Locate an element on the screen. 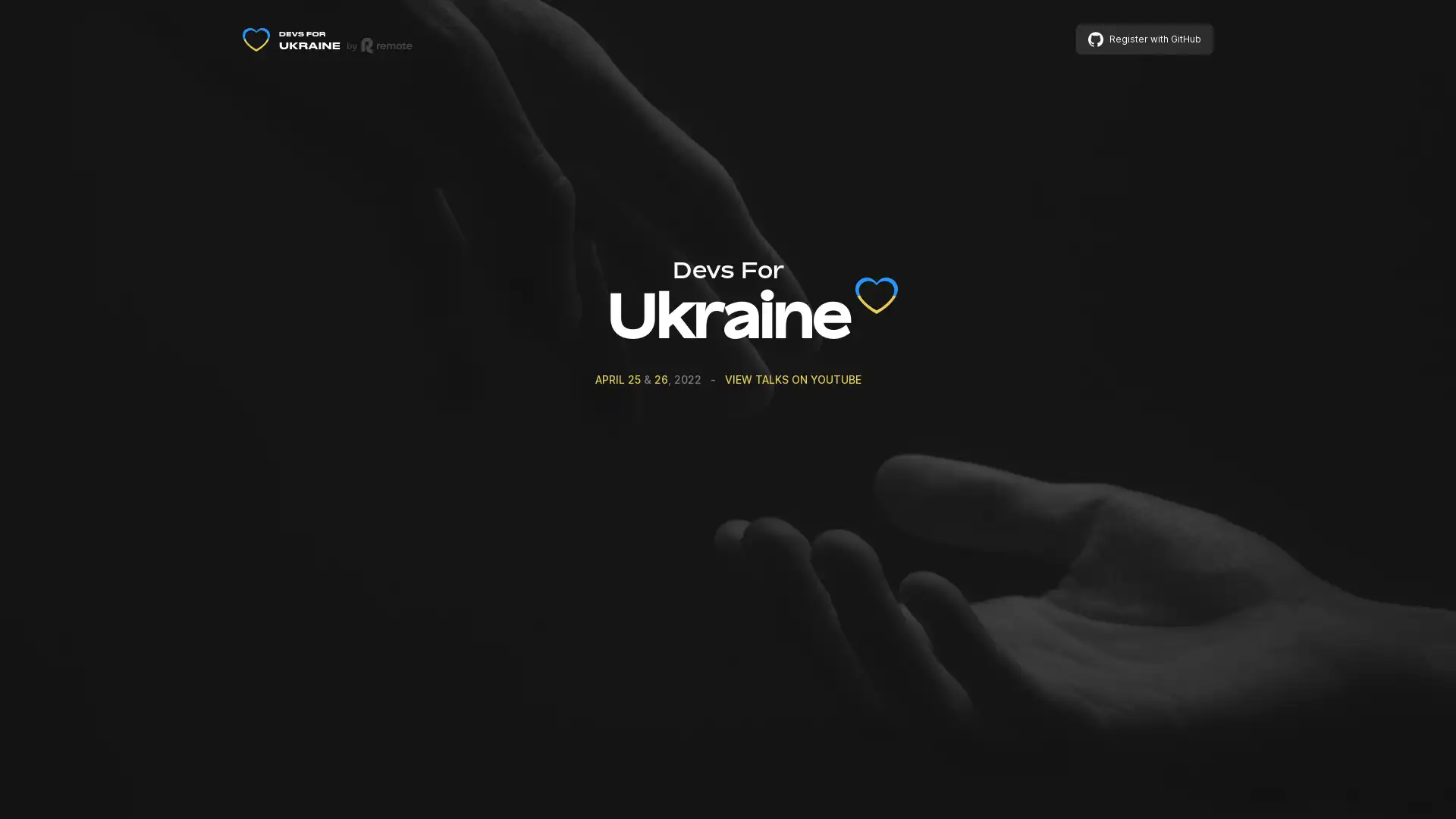  GitHub Register with GitHub is located at coordinates (1144, 38).